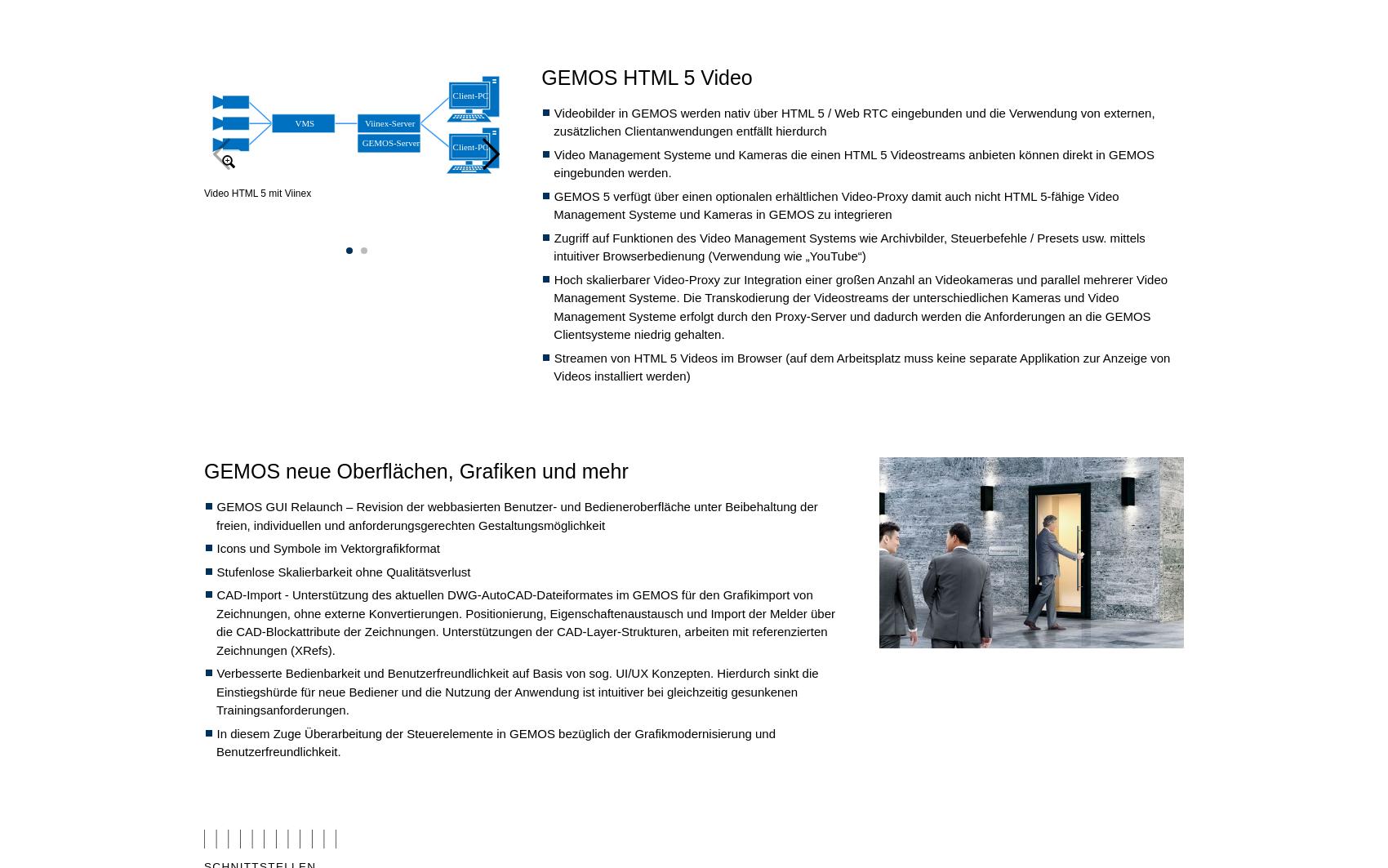  I want to click on 'GEMOS neue Oberflächen, Grafiken und mehr', so click(416, 470).